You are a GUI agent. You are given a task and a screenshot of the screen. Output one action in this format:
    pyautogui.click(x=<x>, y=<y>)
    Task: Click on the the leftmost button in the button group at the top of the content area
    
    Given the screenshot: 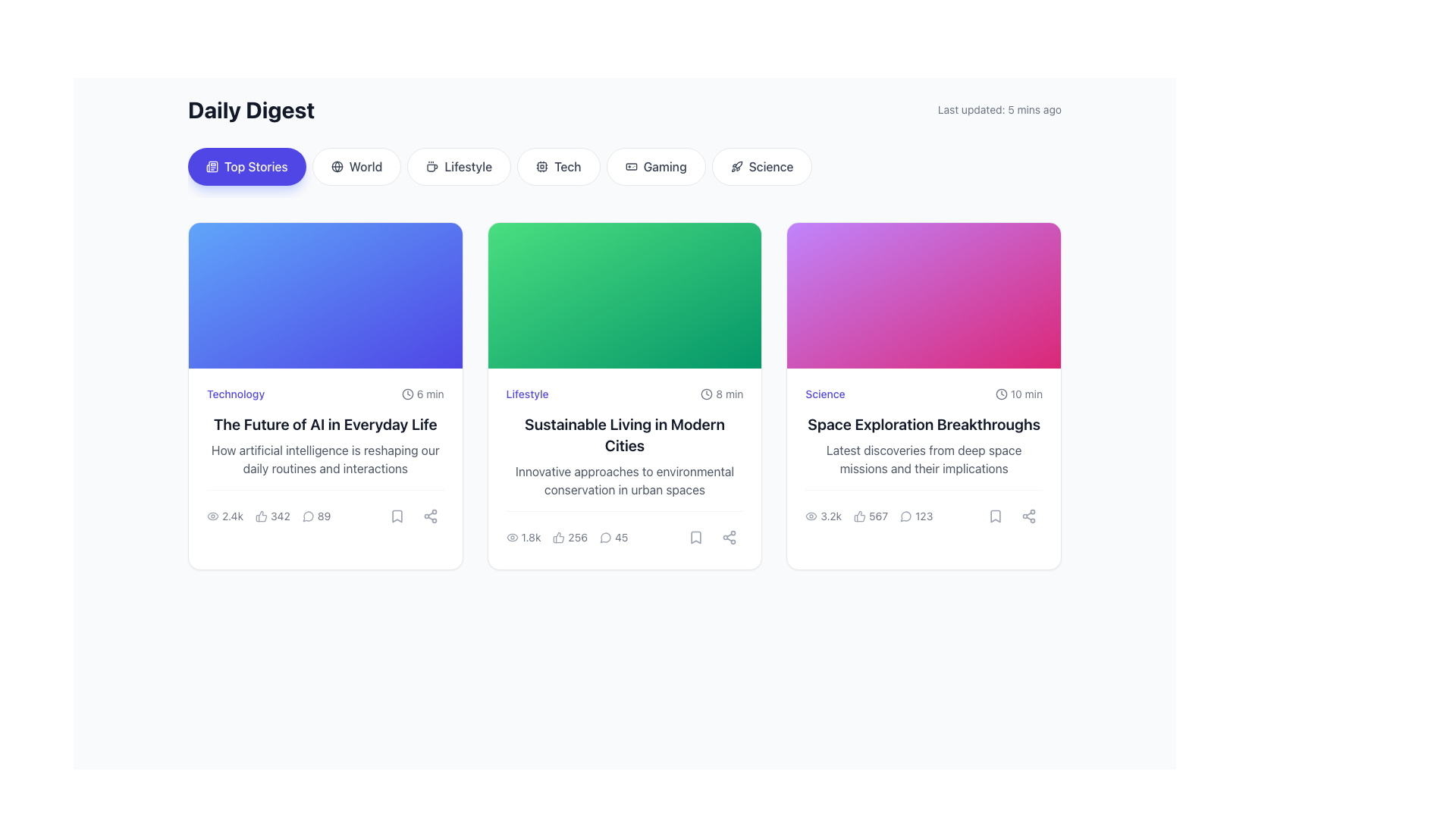 What is the action you would take?
    pyautogui.click(x=246, y=166)
    